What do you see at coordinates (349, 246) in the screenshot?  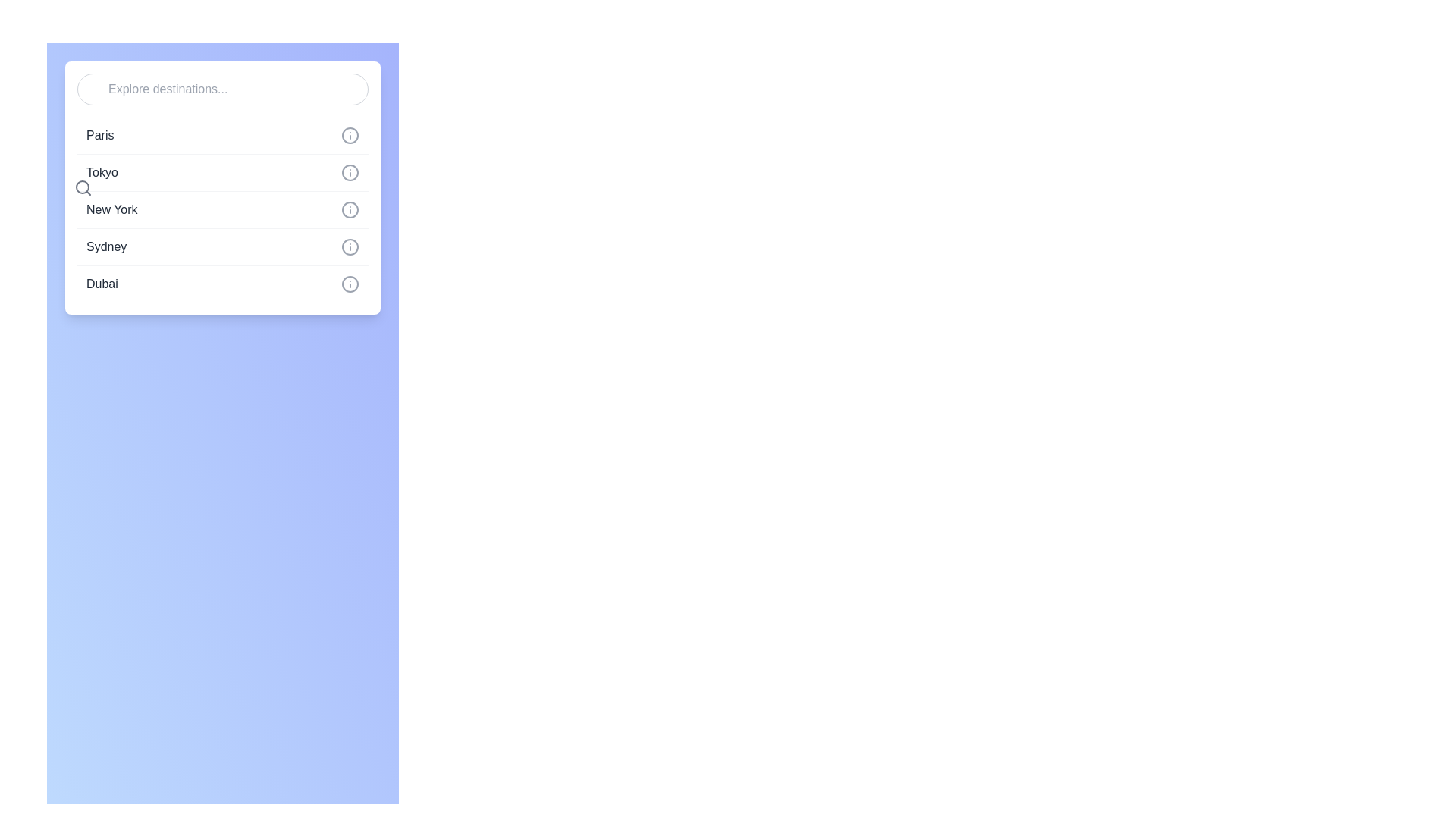 I see `the filled decorative circle within the information icon associated with the 'Sydney' list item, which is the fourth entry in the destination list` at bounding box center [349, 246].